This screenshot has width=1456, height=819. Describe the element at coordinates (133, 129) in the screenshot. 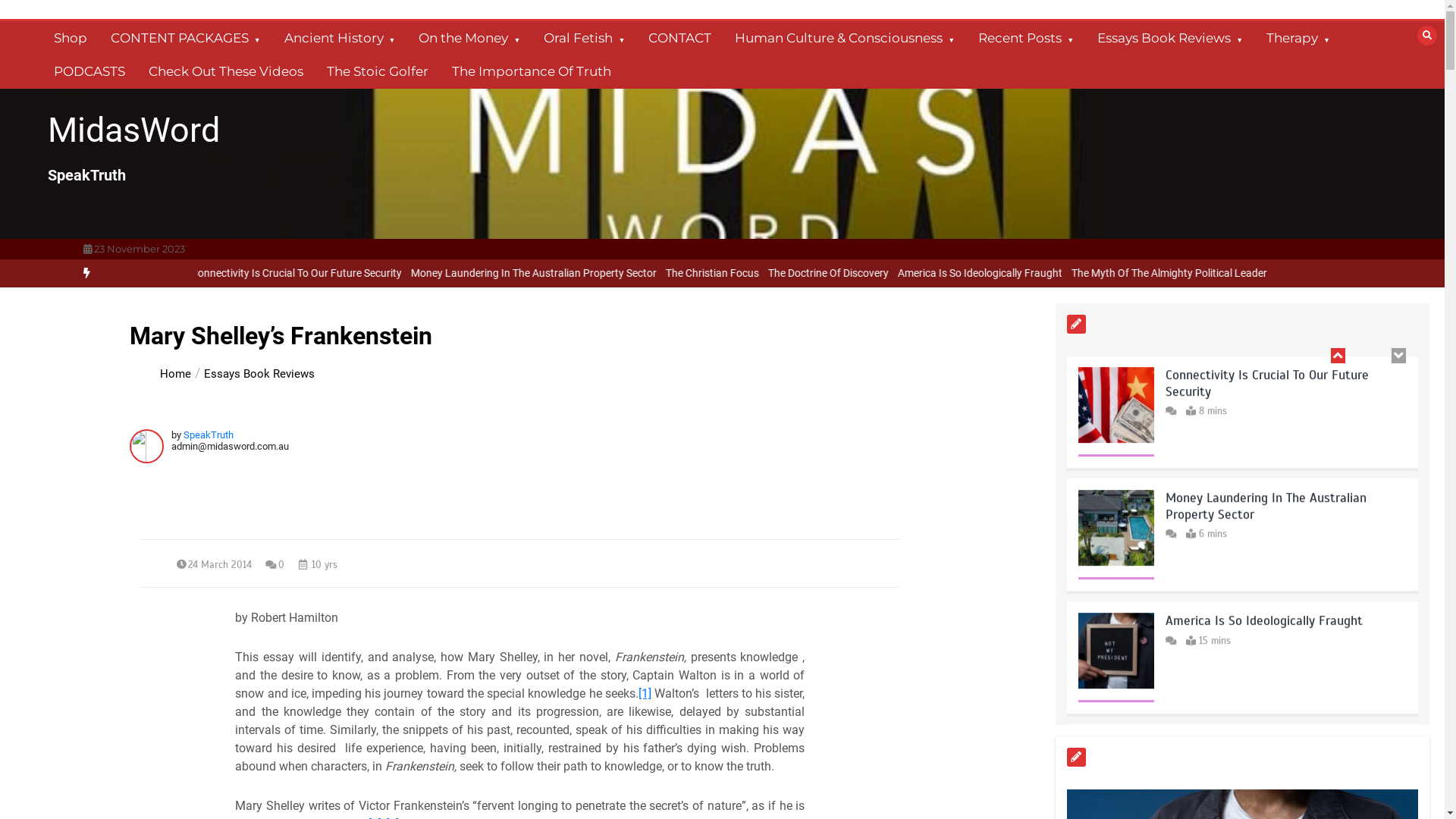

I see `'MidasWord'` at that location.